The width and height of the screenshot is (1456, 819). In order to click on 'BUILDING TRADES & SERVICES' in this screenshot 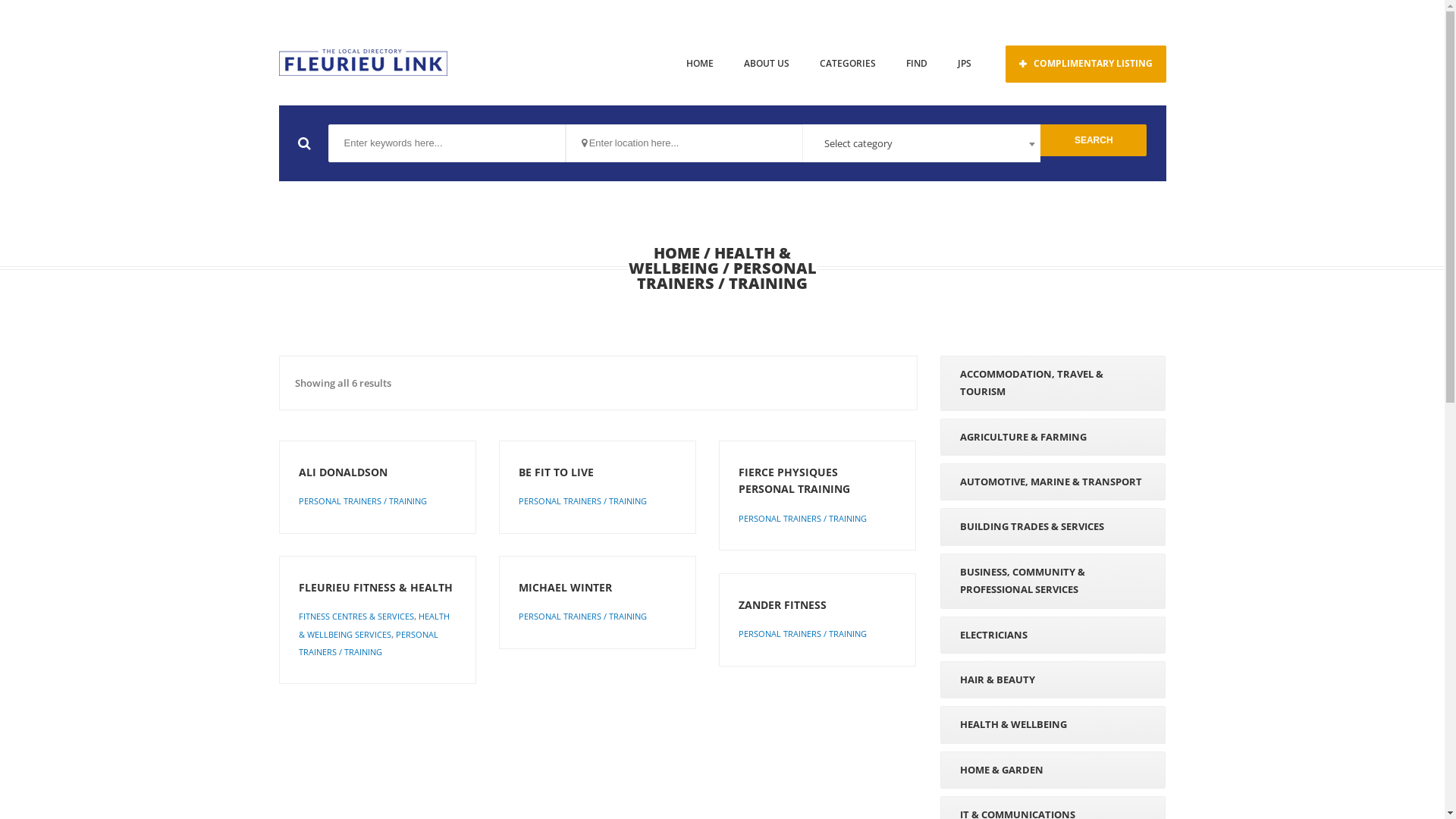, I will do `click(1052, 526)`.